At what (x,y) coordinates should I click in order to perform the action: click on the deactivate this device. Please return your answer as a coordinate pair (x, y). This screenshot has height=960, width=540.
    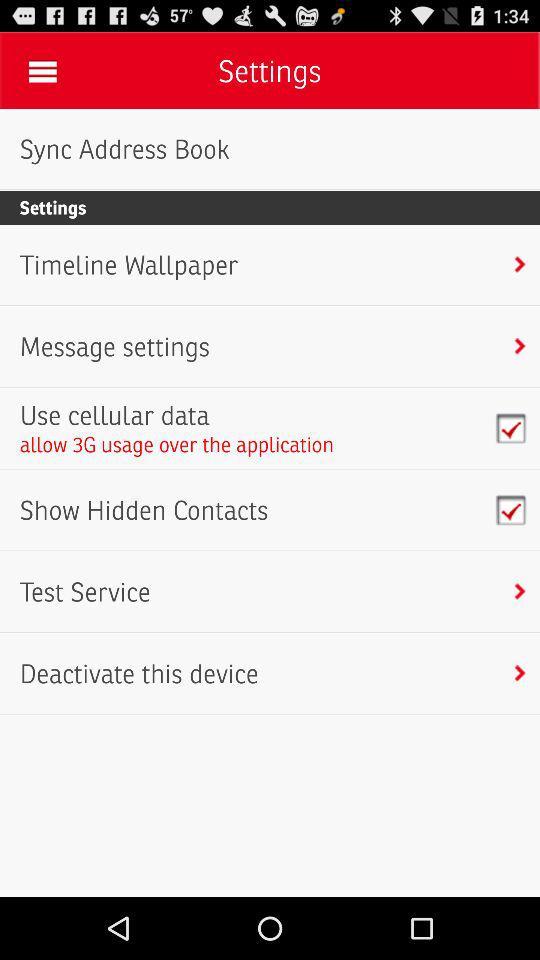
    Looking at the image, I should click on (138, 673).